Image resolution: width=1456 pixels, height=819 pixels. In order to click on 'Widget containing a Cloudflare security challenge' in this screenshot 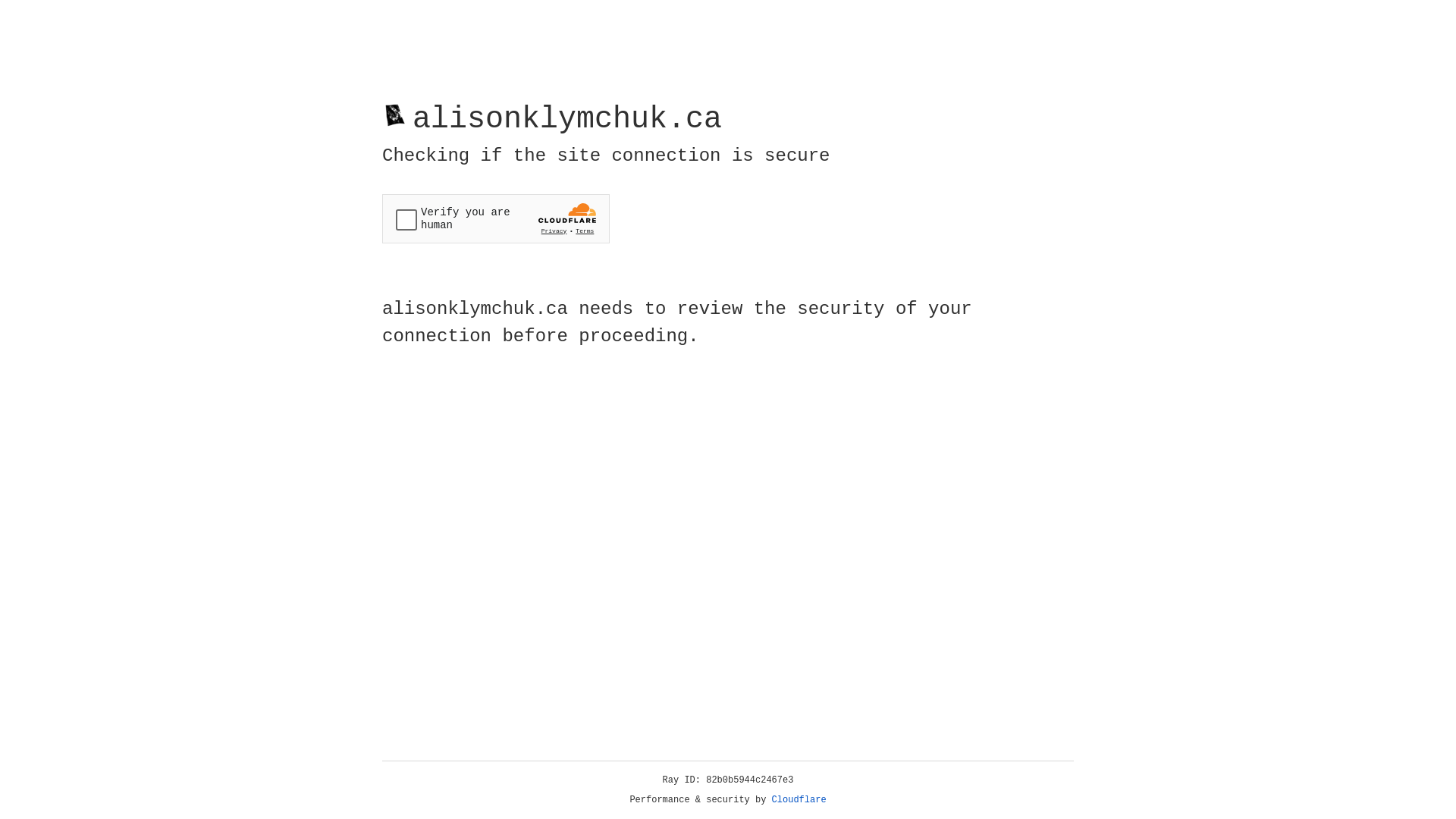, I will do `click(495, 218)`.